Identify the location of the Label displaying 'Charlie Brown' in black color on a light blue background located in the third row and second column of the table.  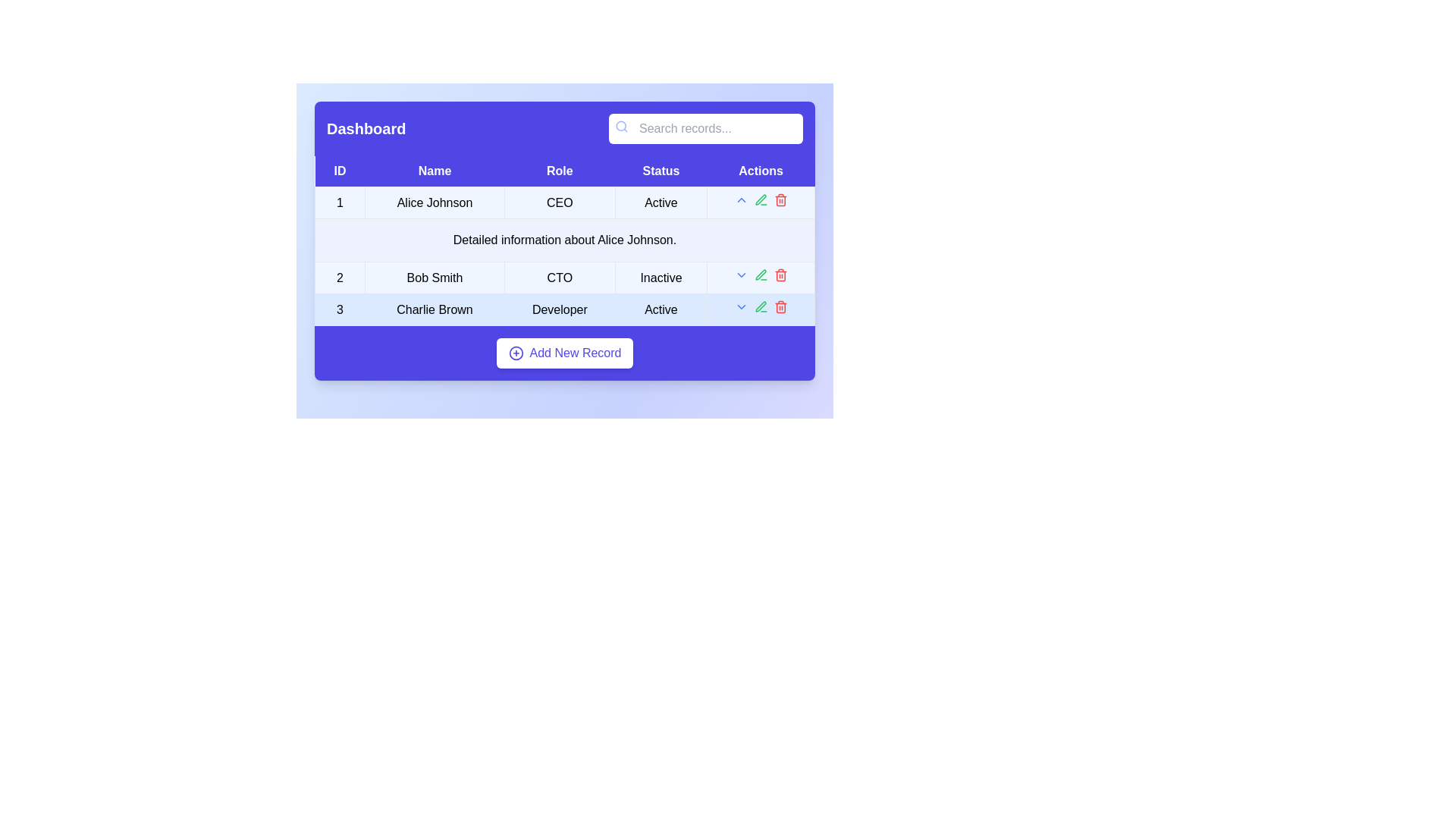
(434, 309).